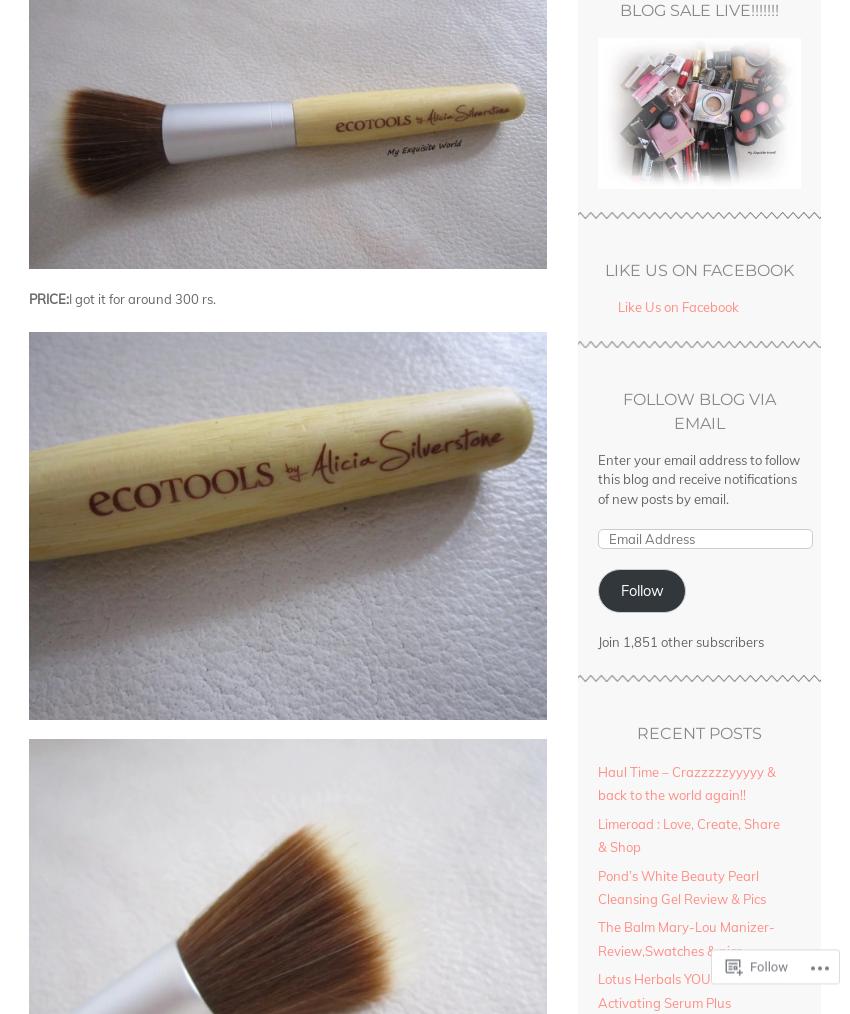 This screenshot has width=850, height=1014. I want to click on 'Join 1,851 other subscribers', so click(596, 640).